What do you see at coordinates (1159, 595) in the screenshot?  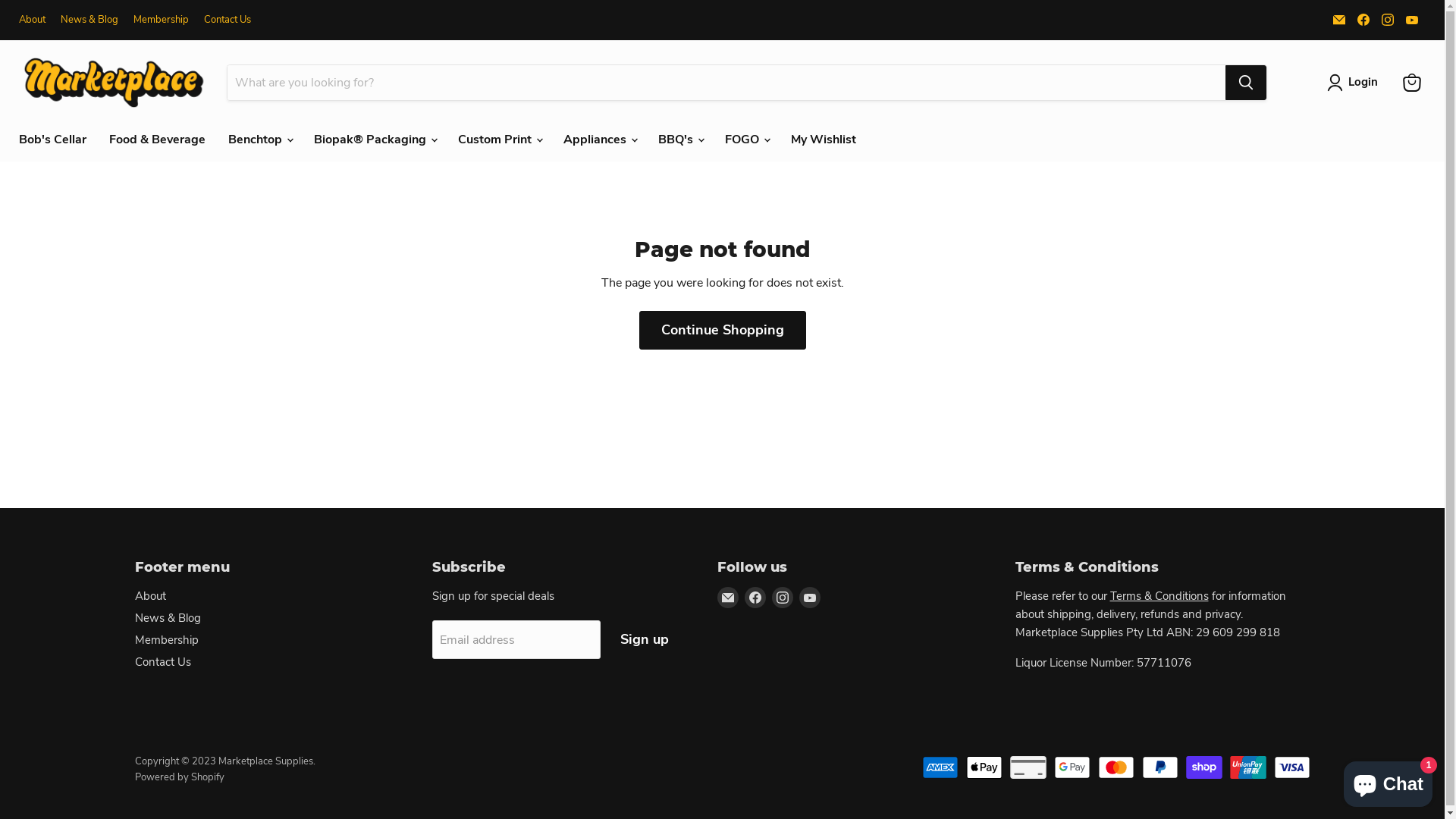 I see `'Terms & Conditions'` at bounding box center [1159, 595].